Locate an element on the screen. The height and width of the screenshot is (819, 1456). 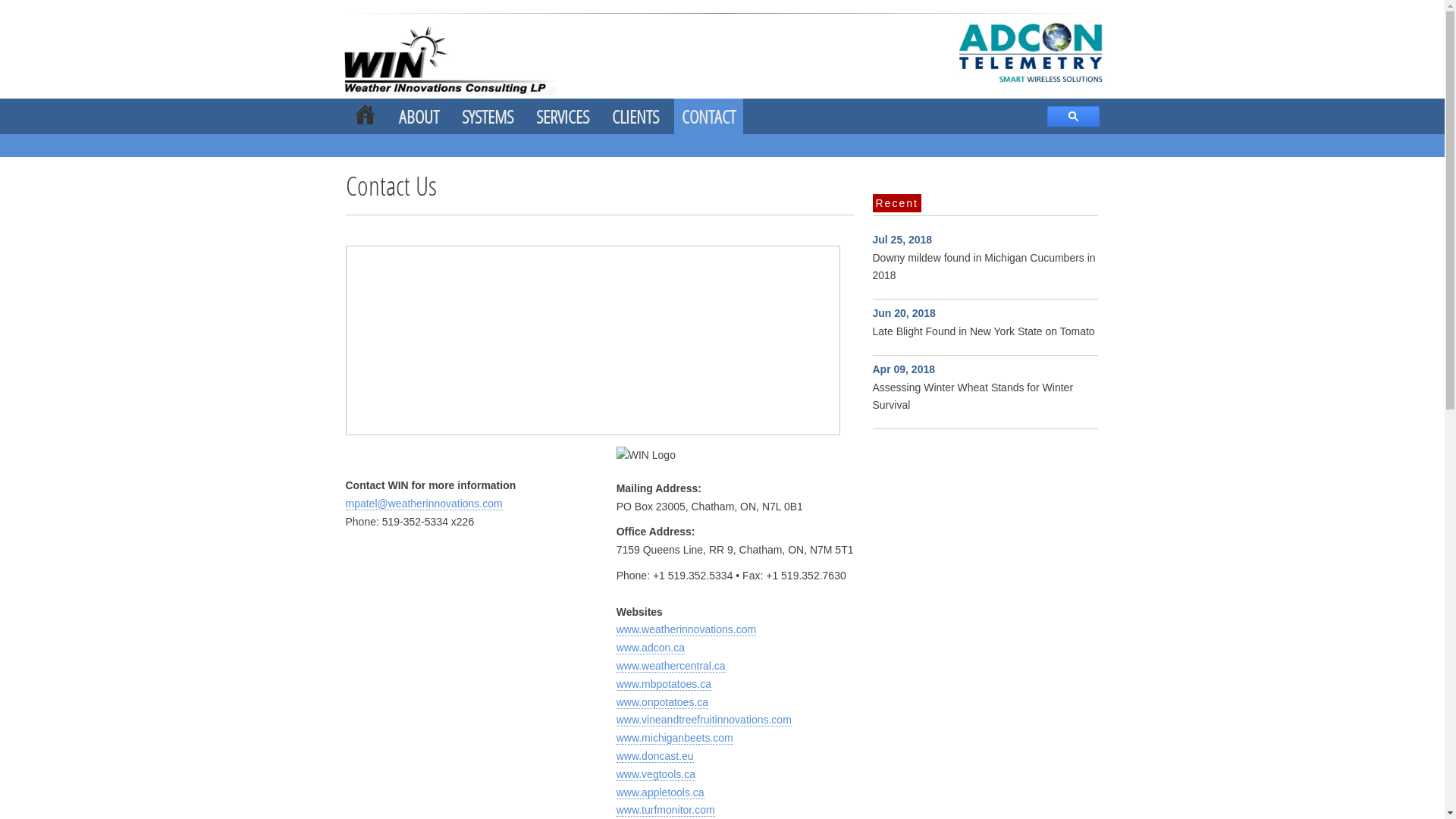
'www.vegtools.ca' is located at coordinates (655, 774).